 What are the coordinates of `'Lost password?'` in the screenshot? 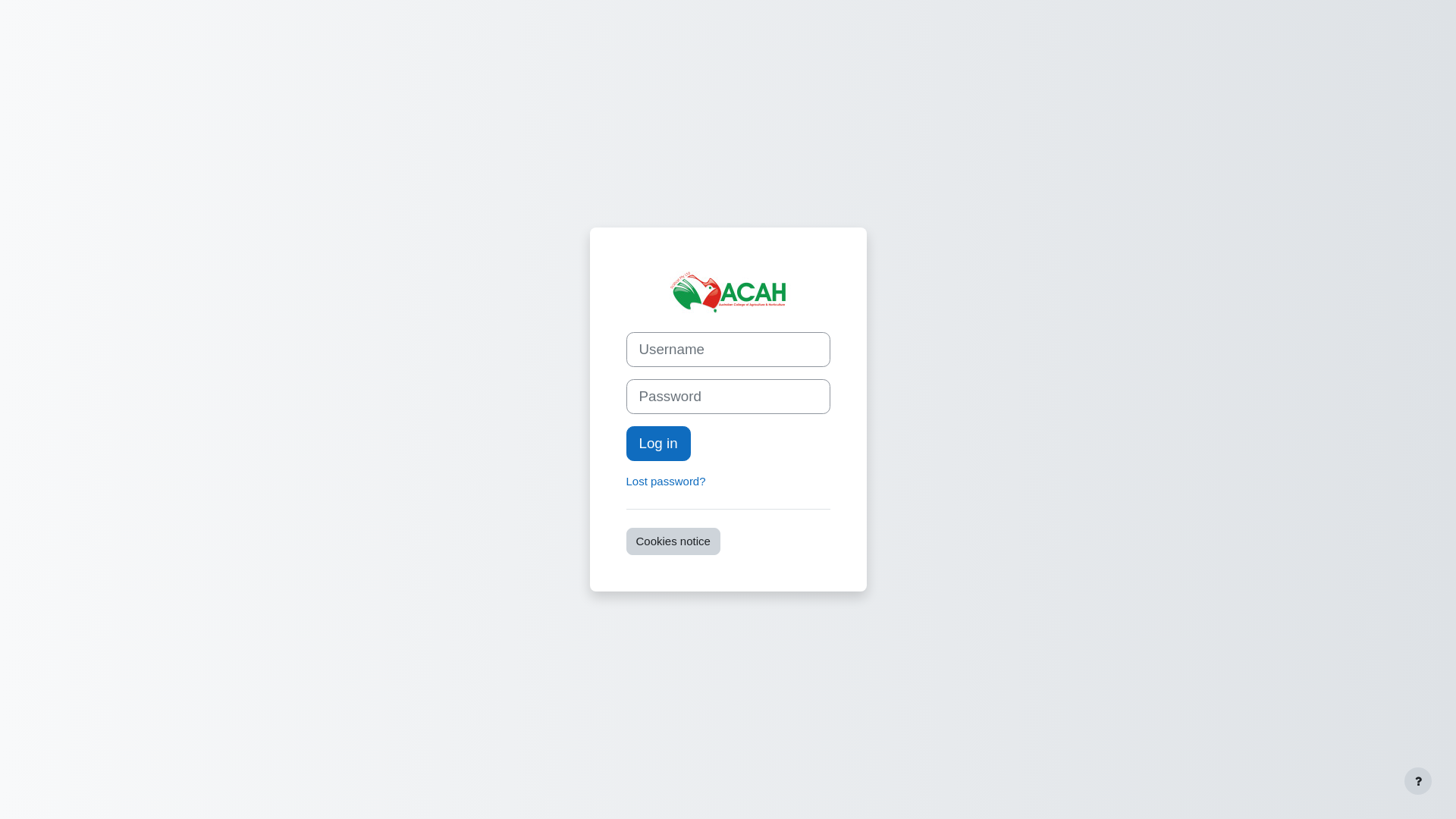 It's located at (666, 481).